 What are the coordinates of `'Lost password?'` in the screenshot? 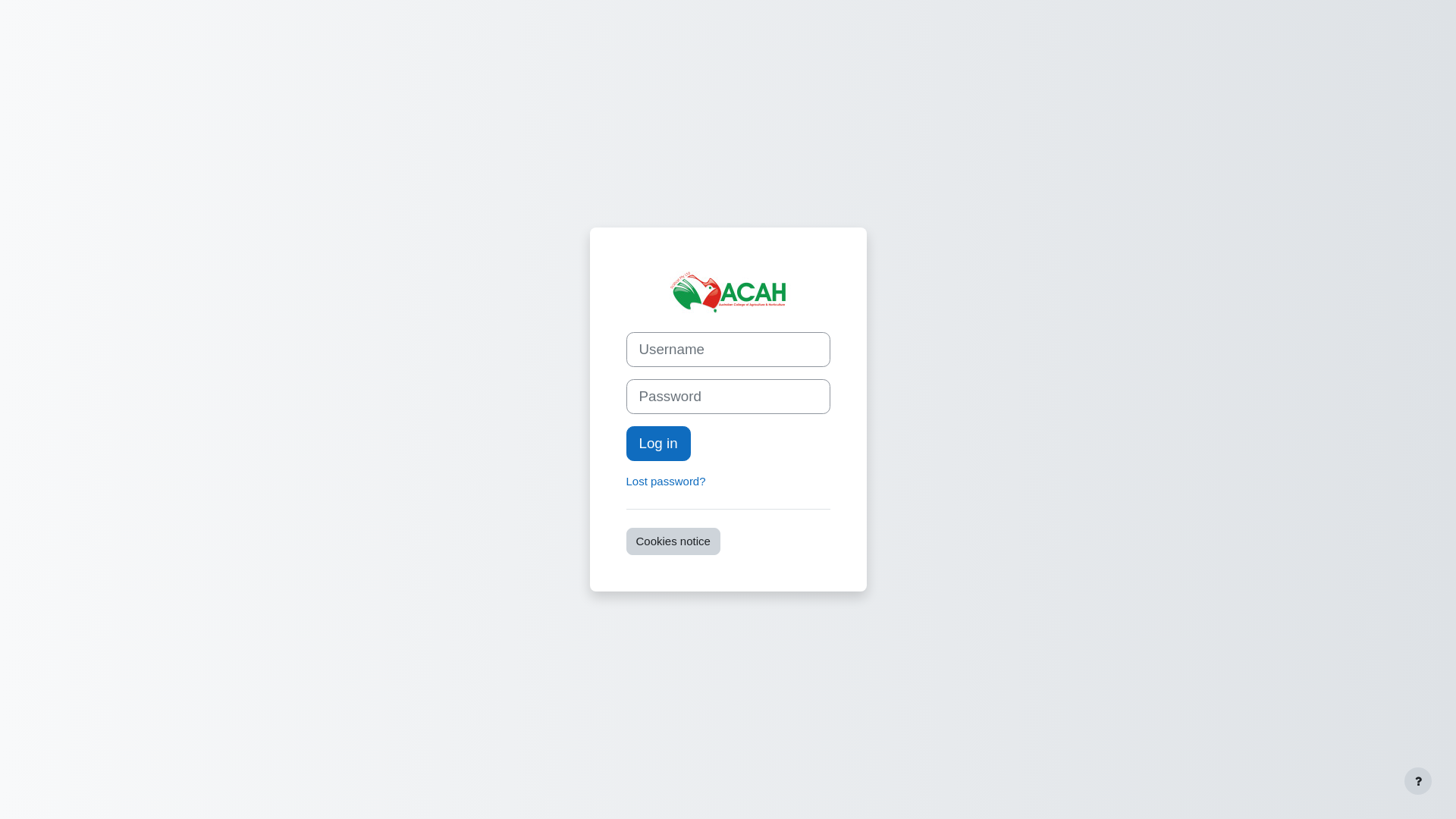 It's located at (666, 481).